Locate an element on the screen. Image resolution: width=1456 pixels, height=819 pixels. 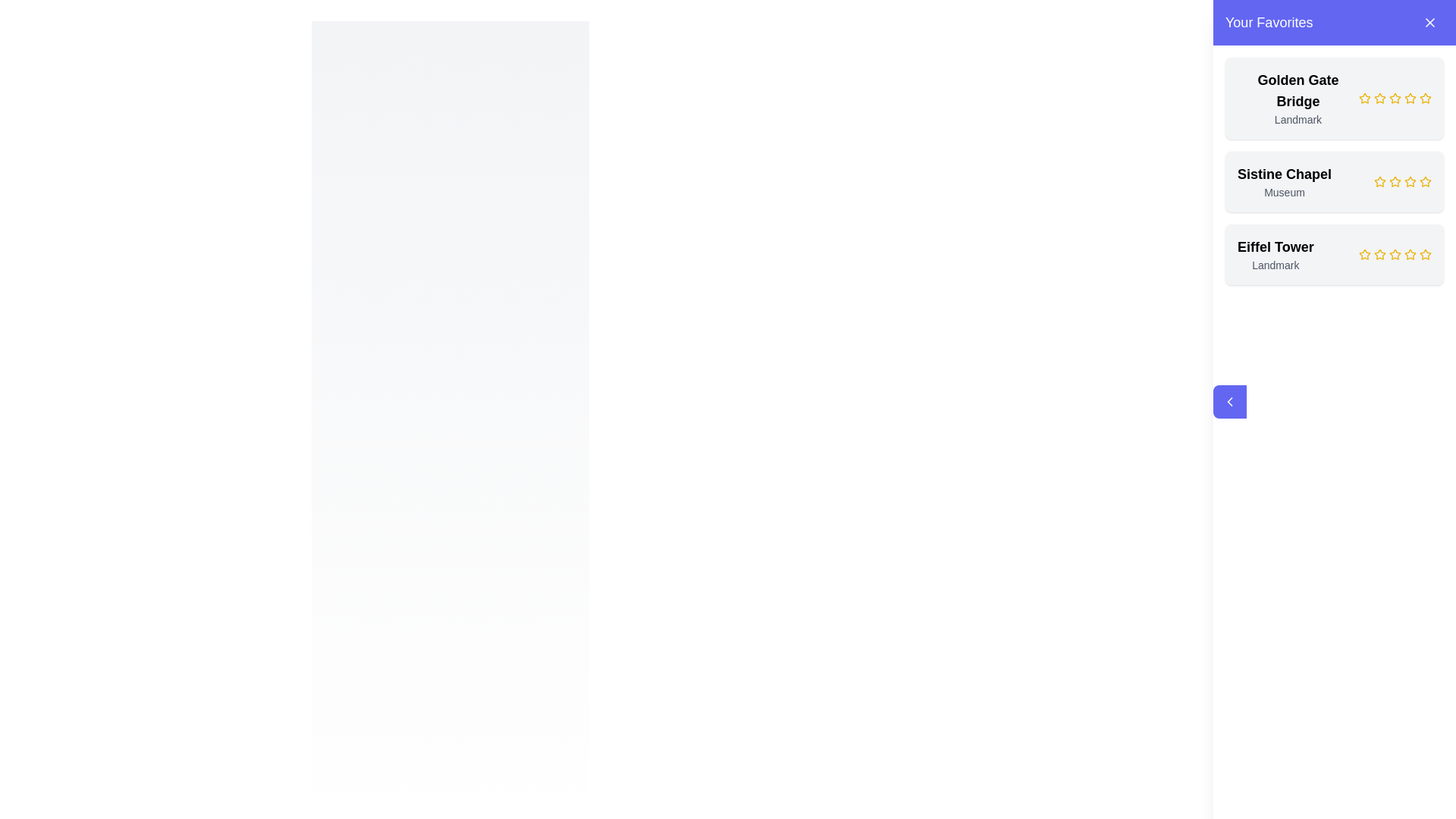
the second gold star-shaped icon is located at coordinates (1410, 180).